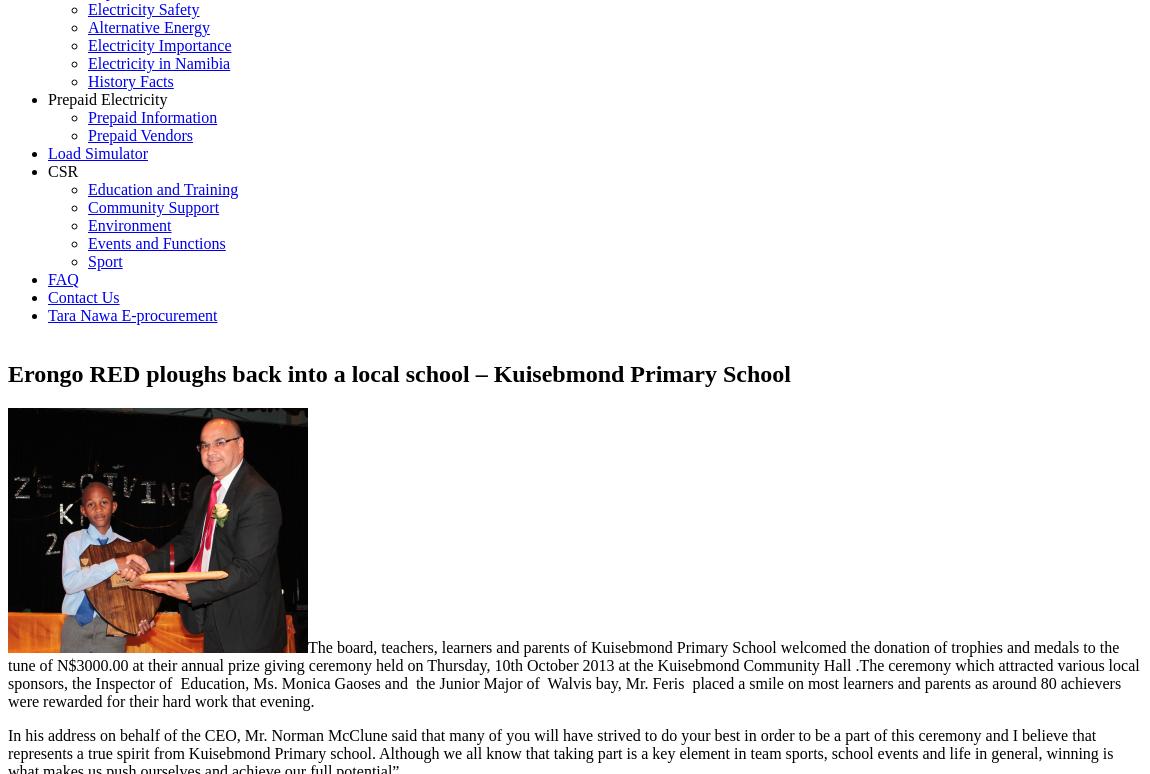  What do you see at coordinates (46, 278) in the screenshot?
I see `'FAQ'` at bounding box center [46, 278].